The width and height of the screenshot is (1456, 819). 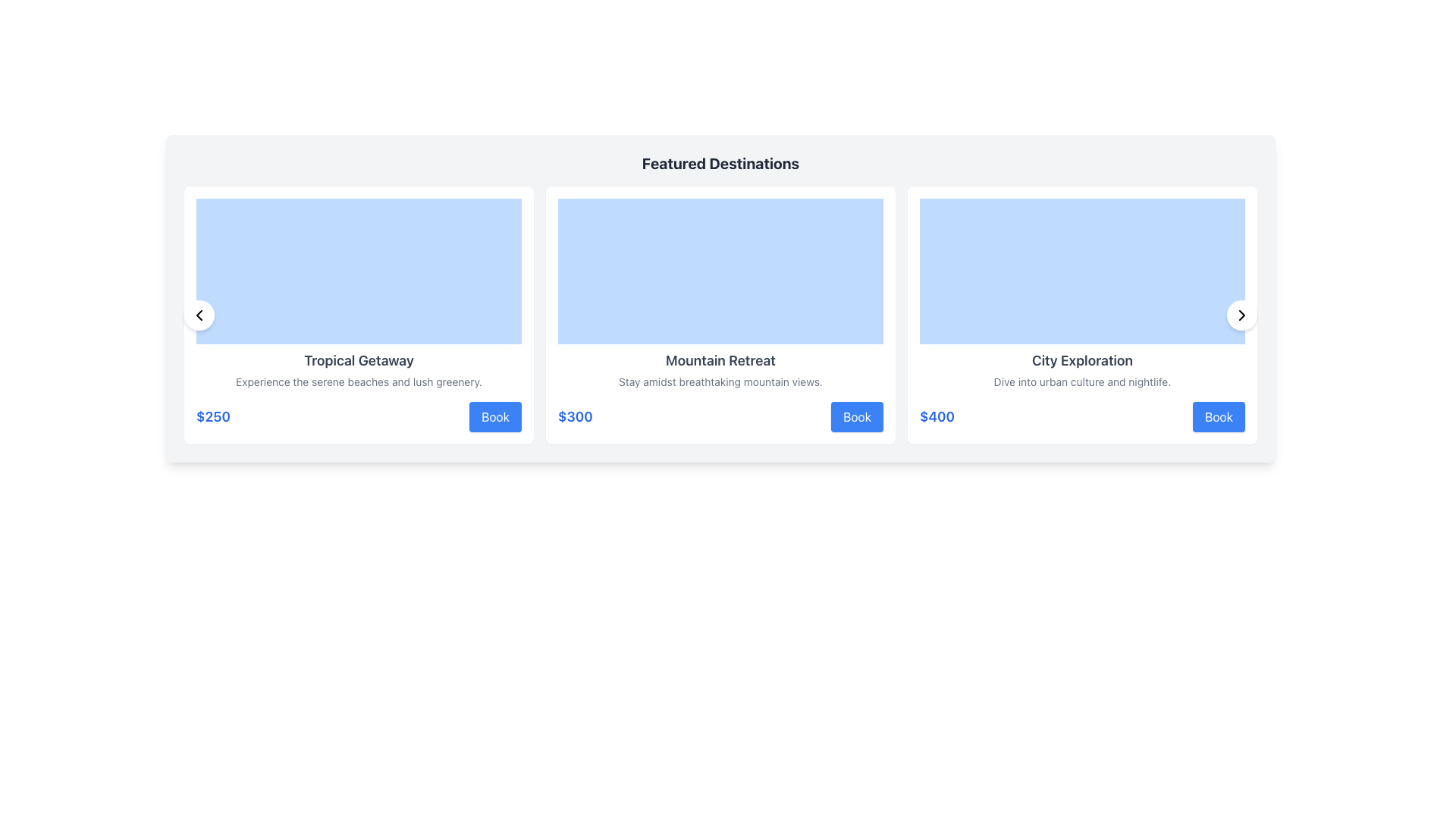 I want to click on the descriptive text that reads 'Dive into urban culture and nightlife.' located under the heading 'City Exploration' in the rightmost column of the 'Featured Destinations' layout, so click(x=1081, y=381).